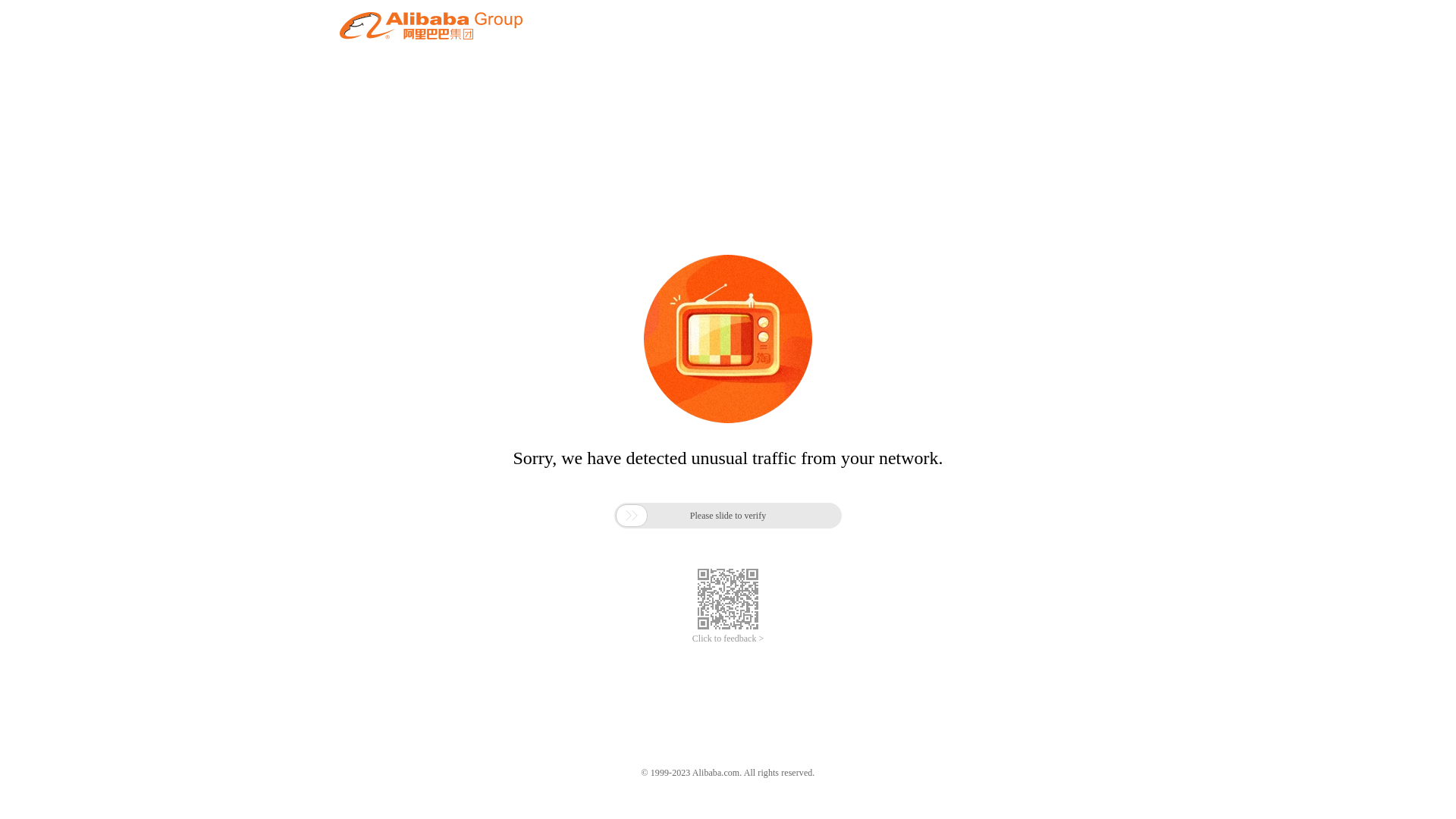 The height and width of the screenshot is (819, 1456). I want to click on 'Click to feedback >', so click(691, 639).